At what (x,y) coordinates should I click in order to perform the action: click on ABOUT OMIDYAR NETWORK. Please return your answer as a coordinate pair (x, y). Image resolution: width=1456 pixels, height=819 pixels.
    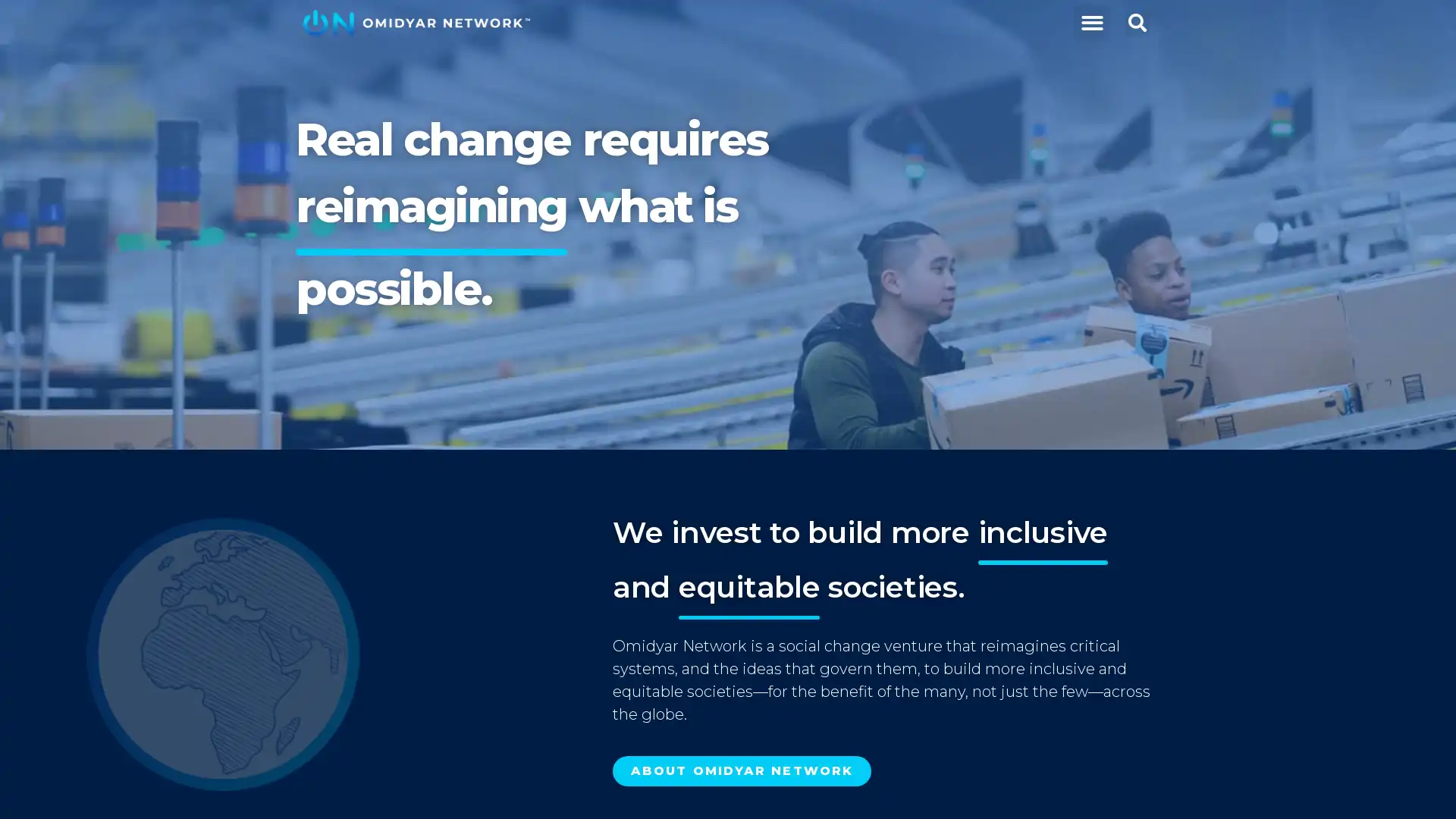
    Looking at the image, I should click on (742, 771).